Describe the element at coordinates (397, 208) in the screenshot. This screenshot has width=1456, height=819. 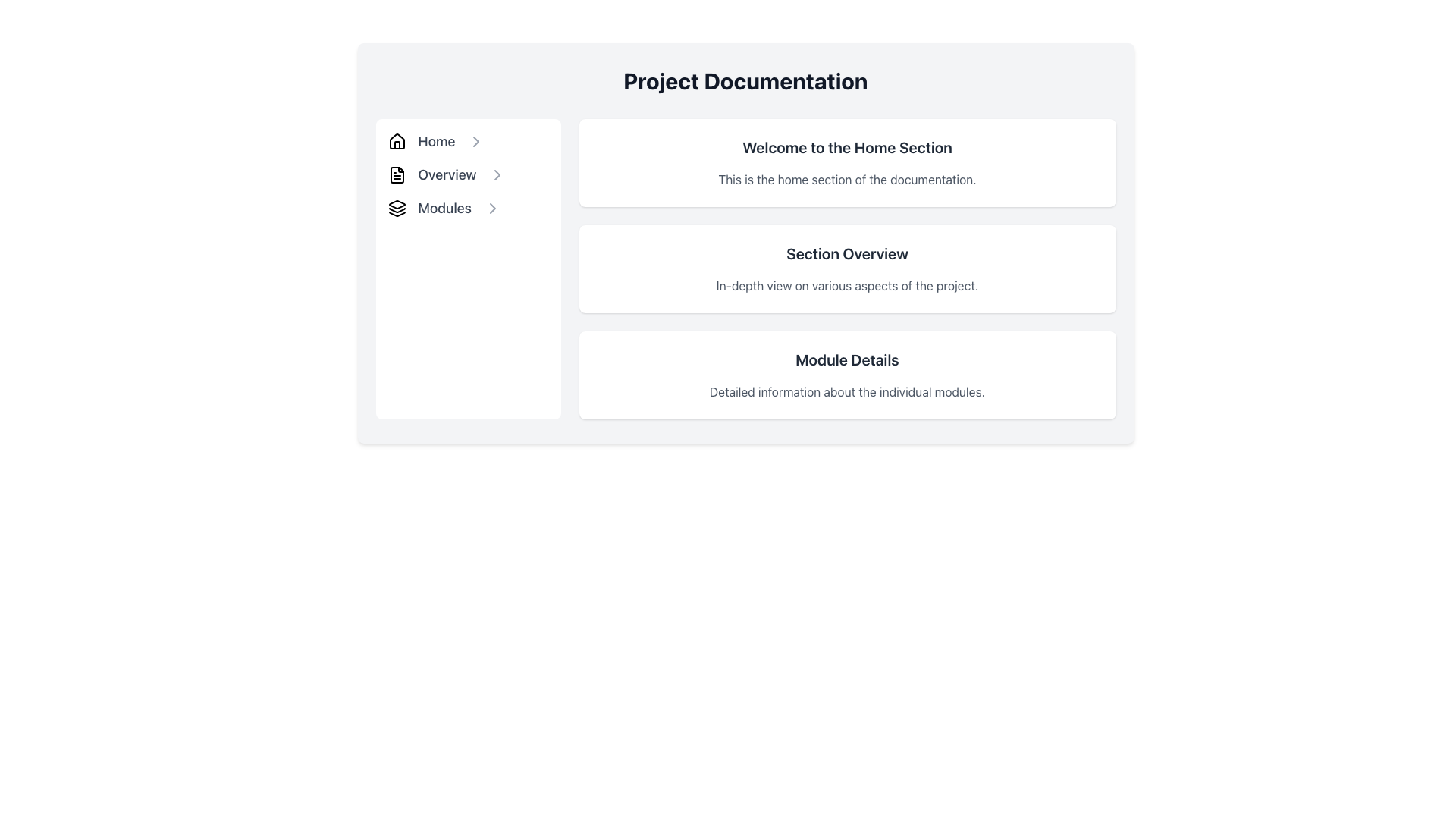
I see `the icon representing 'Modules' in the left-side navigation menu, which is the third icon in sequential order next to 'Home' and 'Overview'` at that location.